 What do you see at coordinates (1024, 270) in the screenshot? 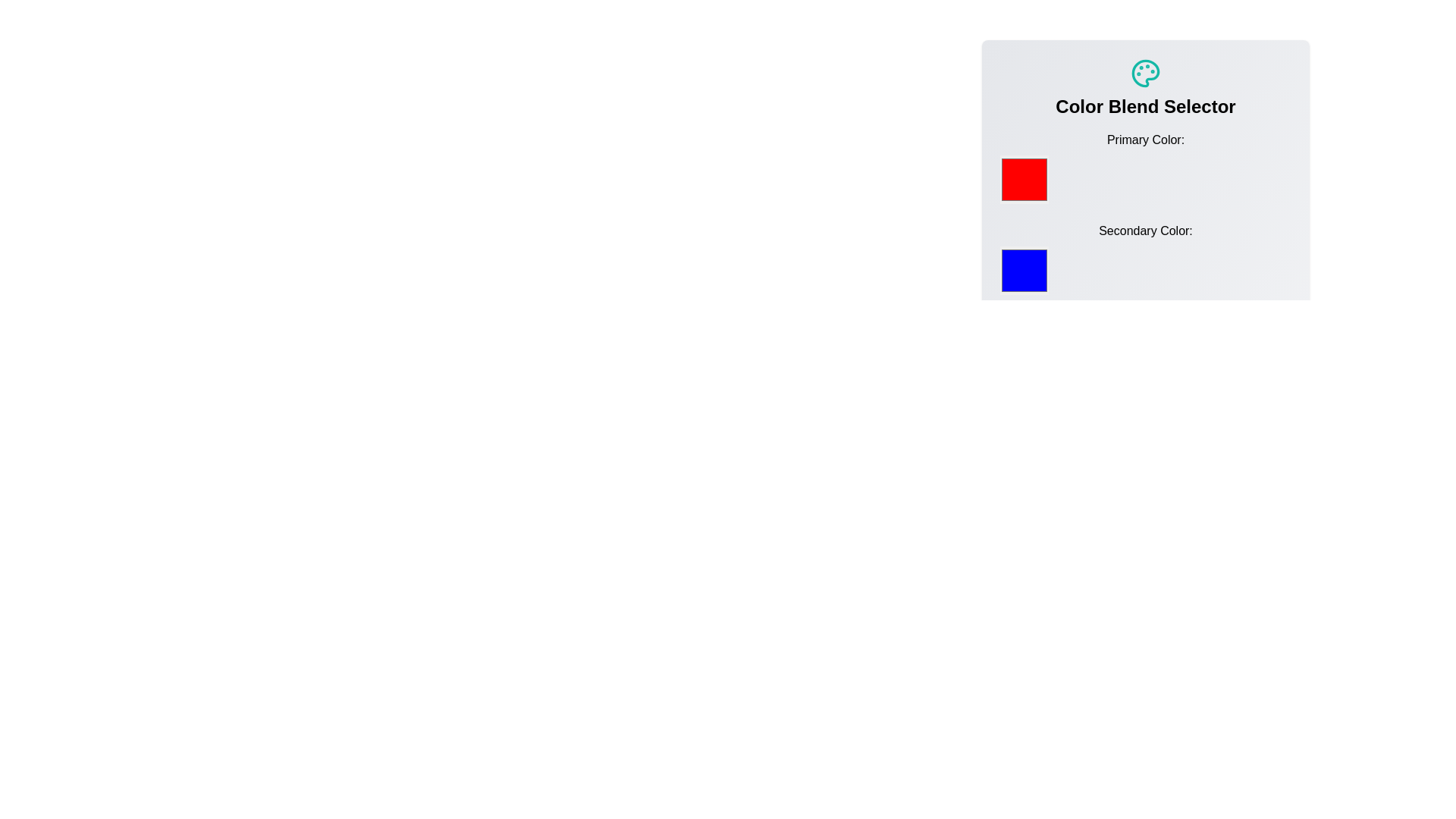
I see `the bright blue color input box located under 'Secondary Color:' in the 'Color Blend Selector' section` at bounding box center [1024, 270].